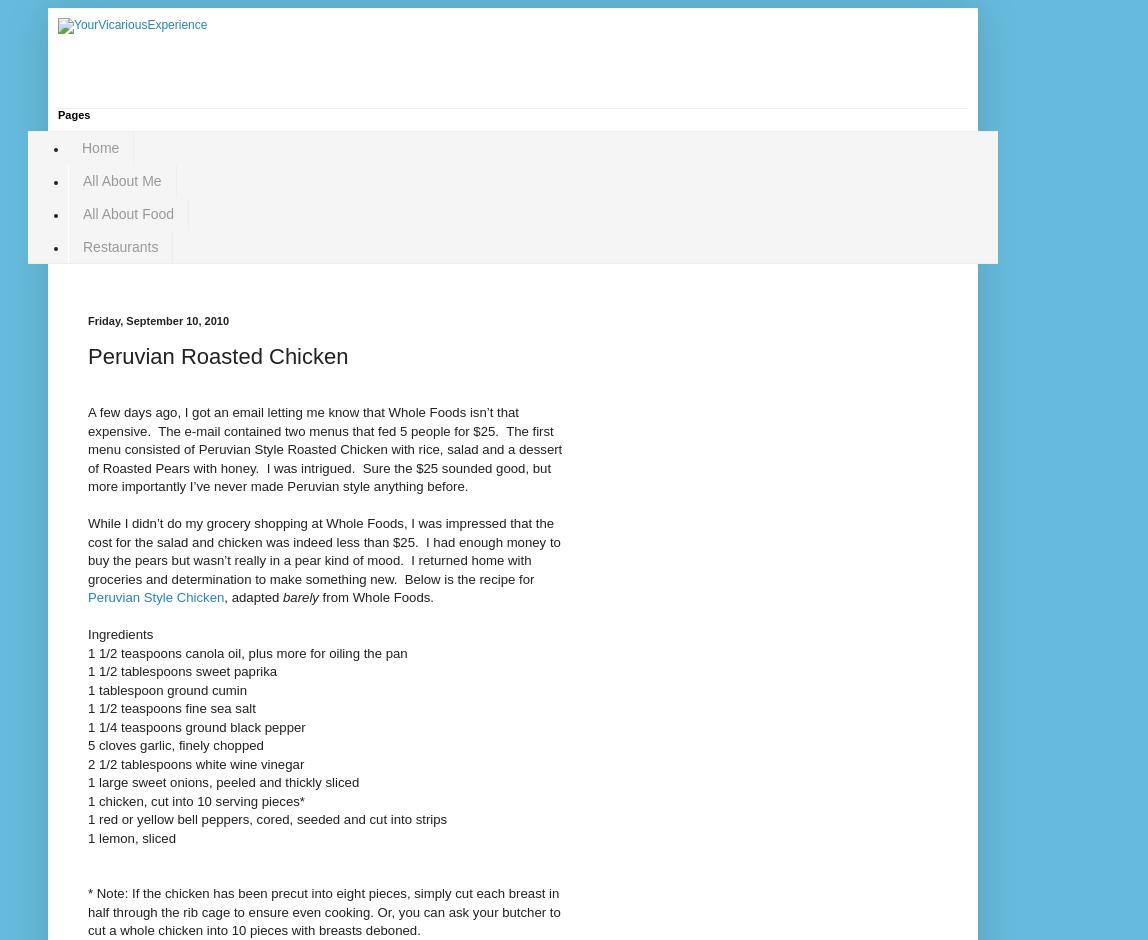 The height and width of the screenshot is (940, 1148). I want to click on '1 large sweet onions, peeled and thickly sliced', so click(222, 781).